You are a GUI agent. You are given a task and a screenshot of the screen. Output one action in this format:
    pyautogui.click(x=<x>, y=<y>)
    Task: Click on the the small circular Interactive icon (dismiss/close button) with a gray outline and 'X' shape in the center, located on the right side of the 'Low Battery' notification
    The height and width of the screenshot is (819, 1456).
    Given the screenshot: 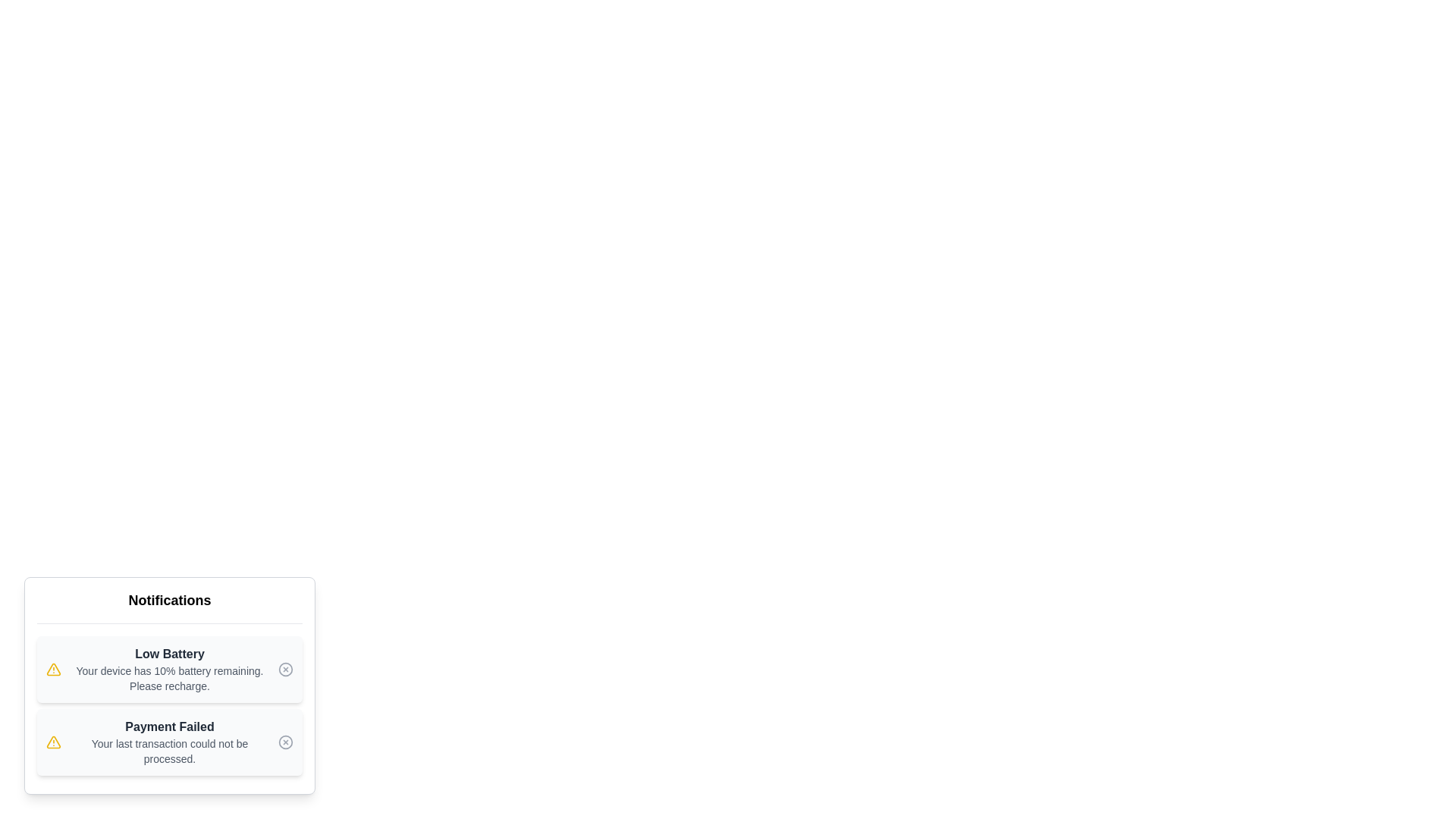 What is the action you would take?
    pyautogui.click(x=286, y=669)
    